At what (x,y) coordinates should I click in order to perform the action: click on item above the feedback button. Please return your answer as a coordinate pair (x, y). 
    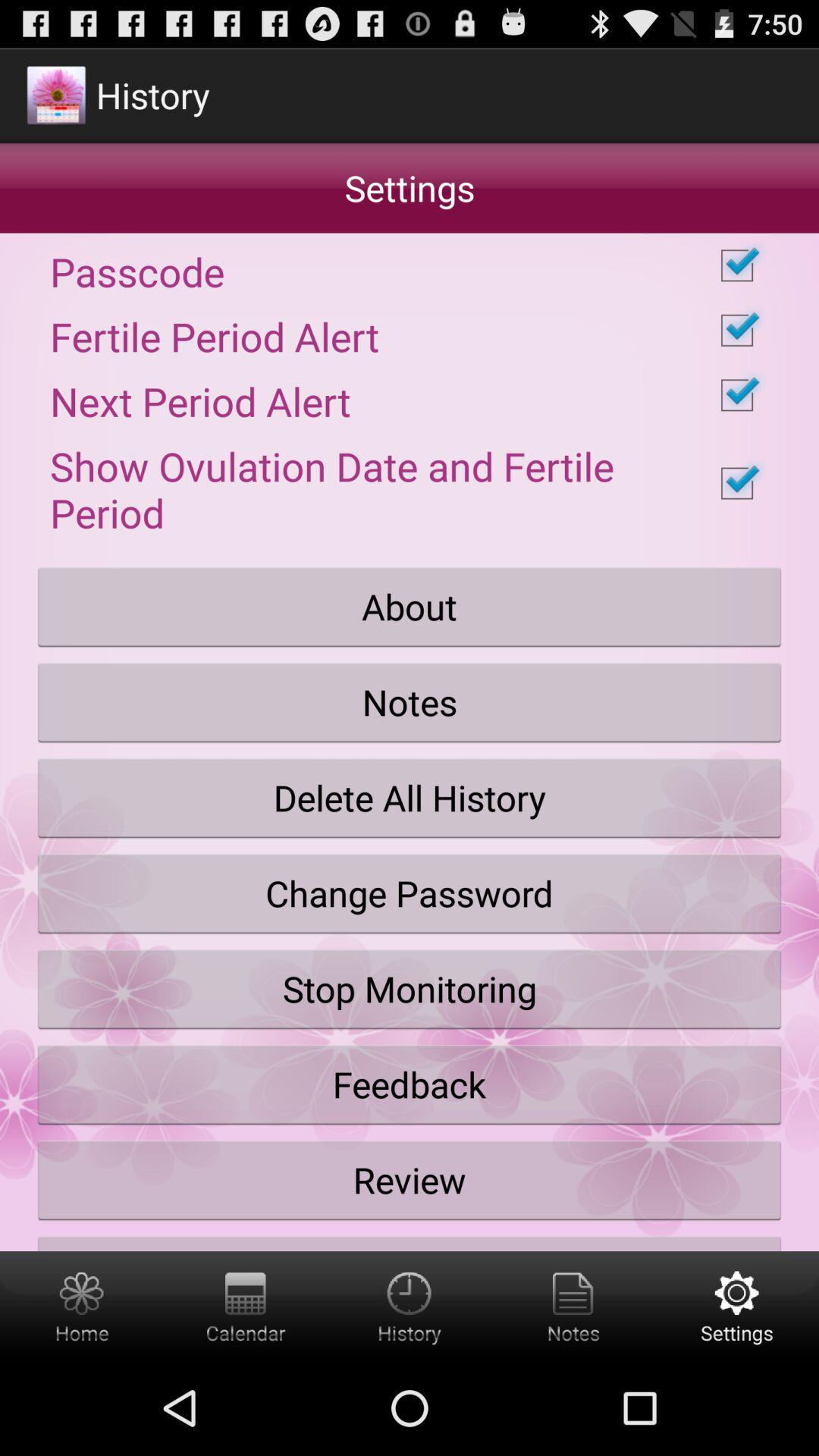
    Looking at the image, I should click on (409, 989).